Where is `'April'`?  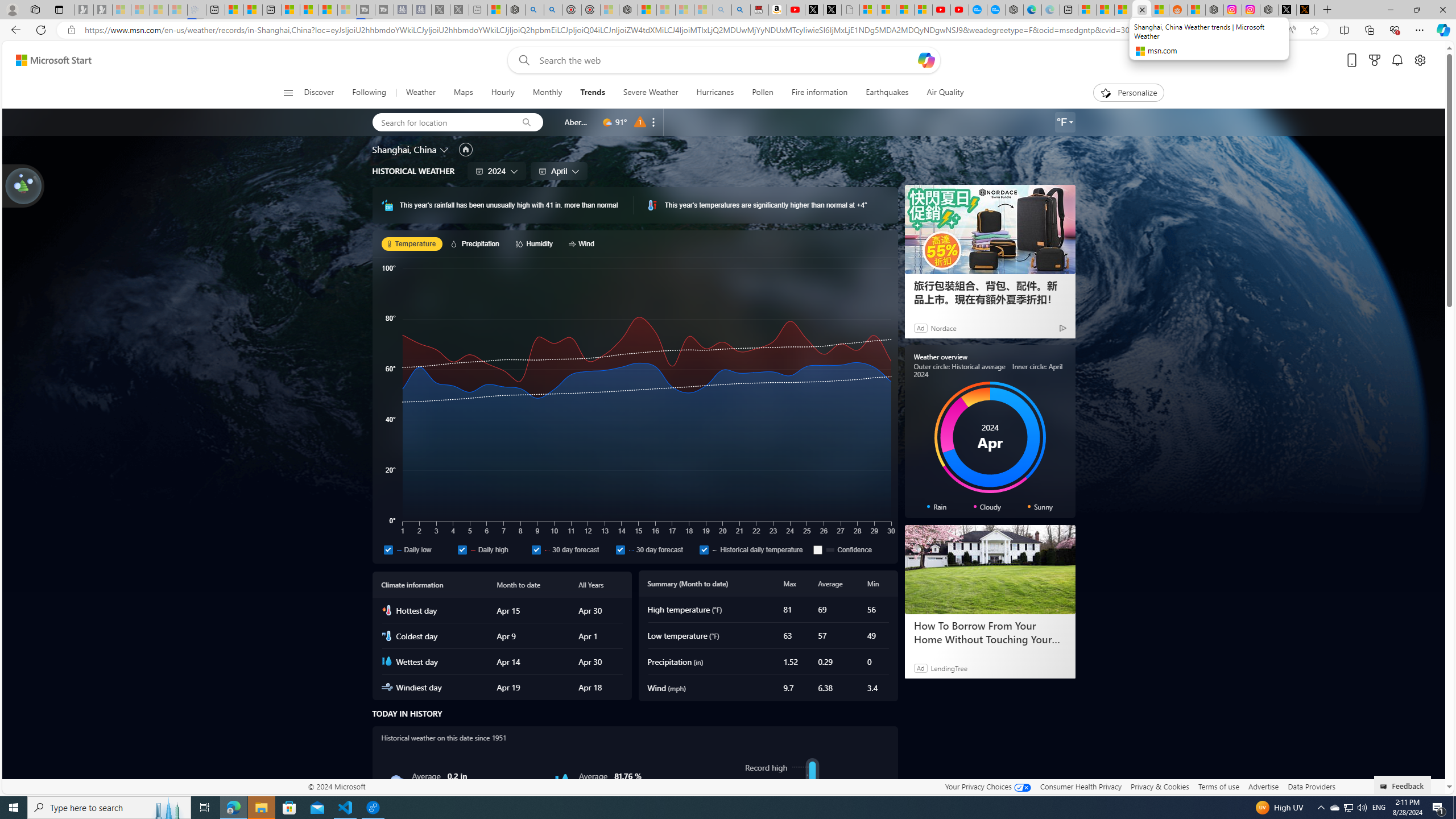
'April' is located at coordinates (559, 170).